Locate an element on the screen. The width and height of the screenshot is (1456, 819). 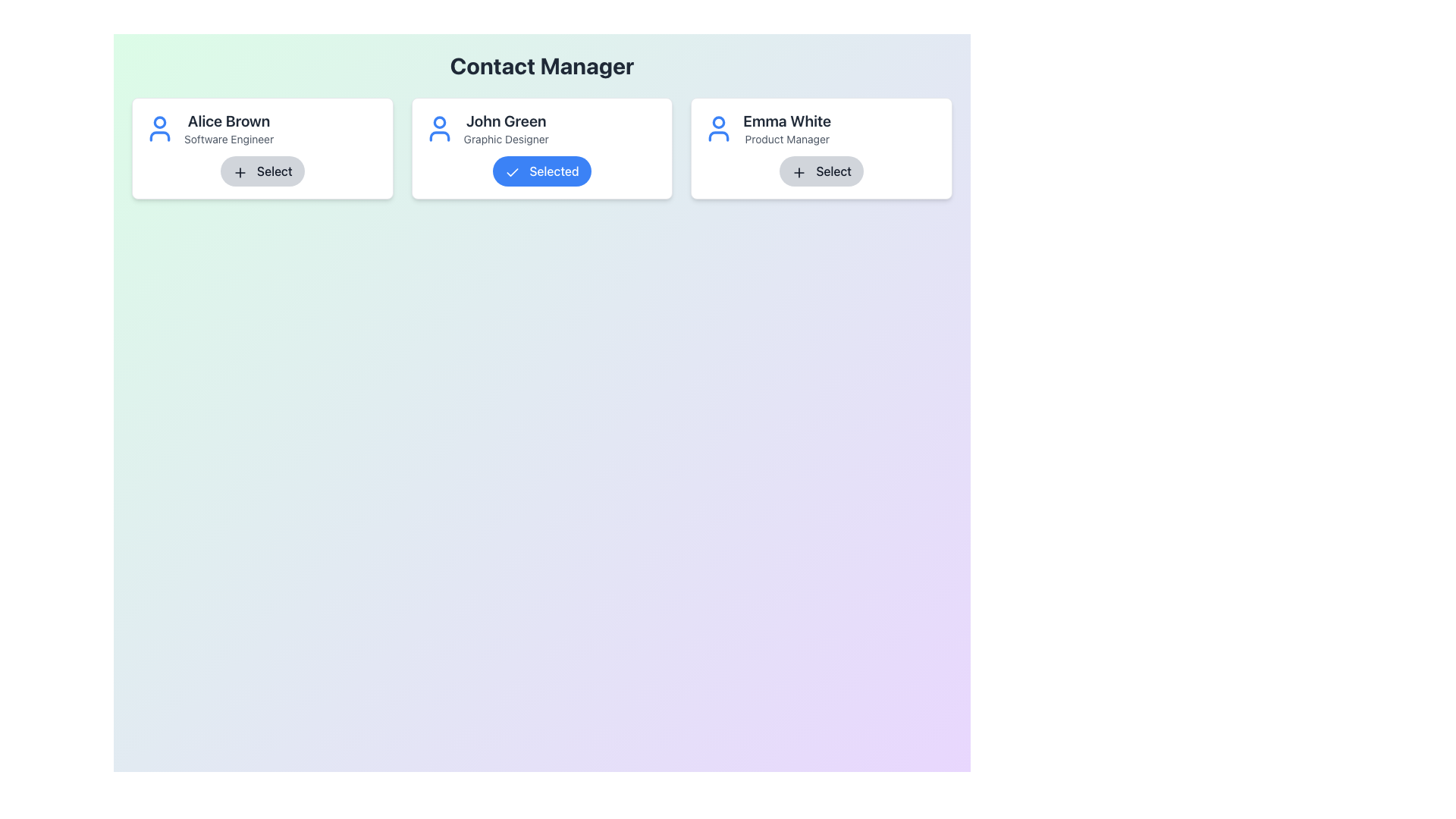
the Profile Summary element located in the third card under the 'Contact Manager' heading, positioned to the left of the 'Select' button is located at coordinates (821, 127).